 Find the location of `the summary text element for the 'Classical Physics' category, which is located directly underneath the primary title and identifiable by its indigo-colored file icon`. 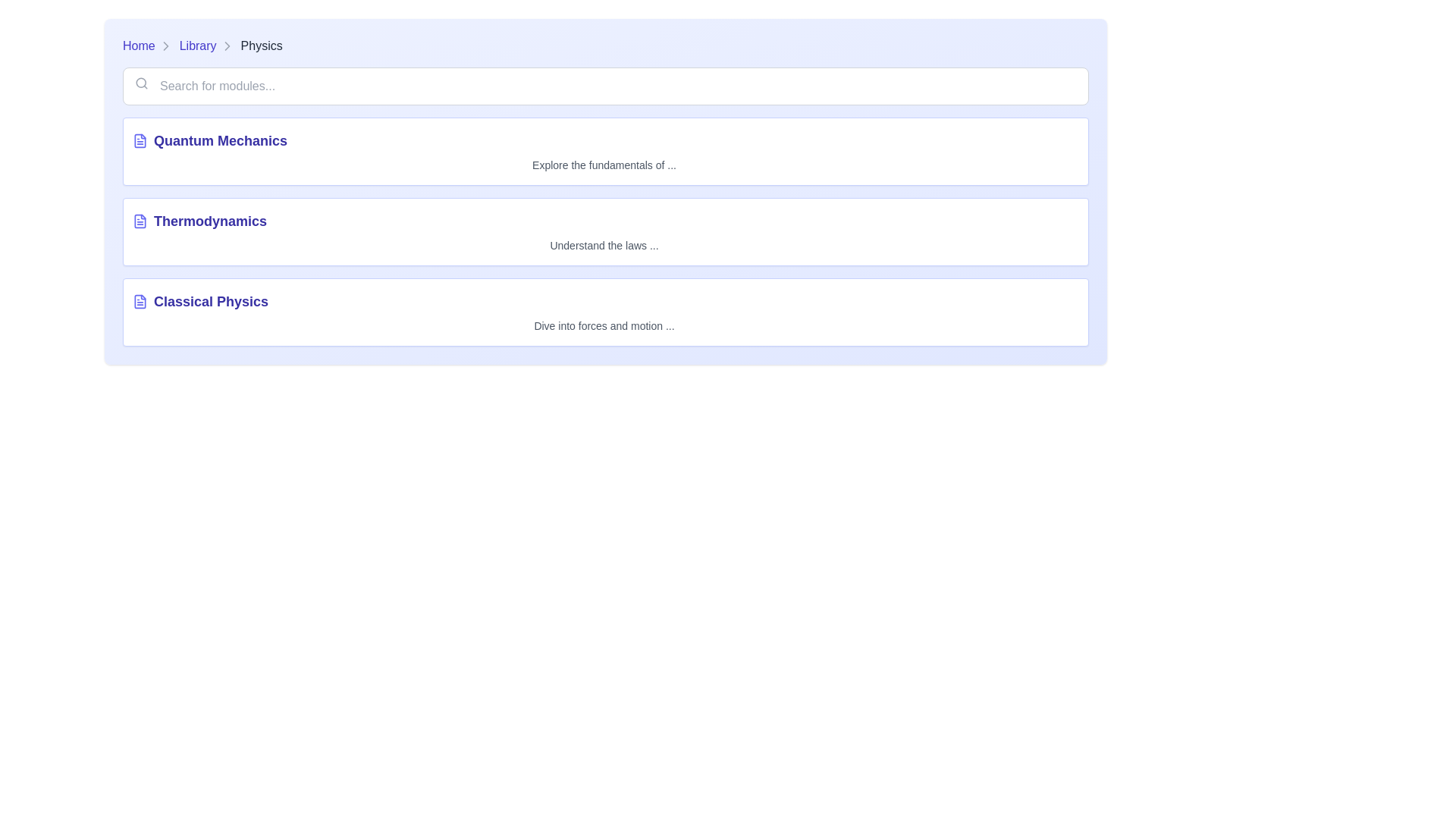

the summary text element for the 'Classical Physics' category, which is located directly underneath the primary title and identifiable by its indigo-colored file icon is located at coordinates (603, 325).